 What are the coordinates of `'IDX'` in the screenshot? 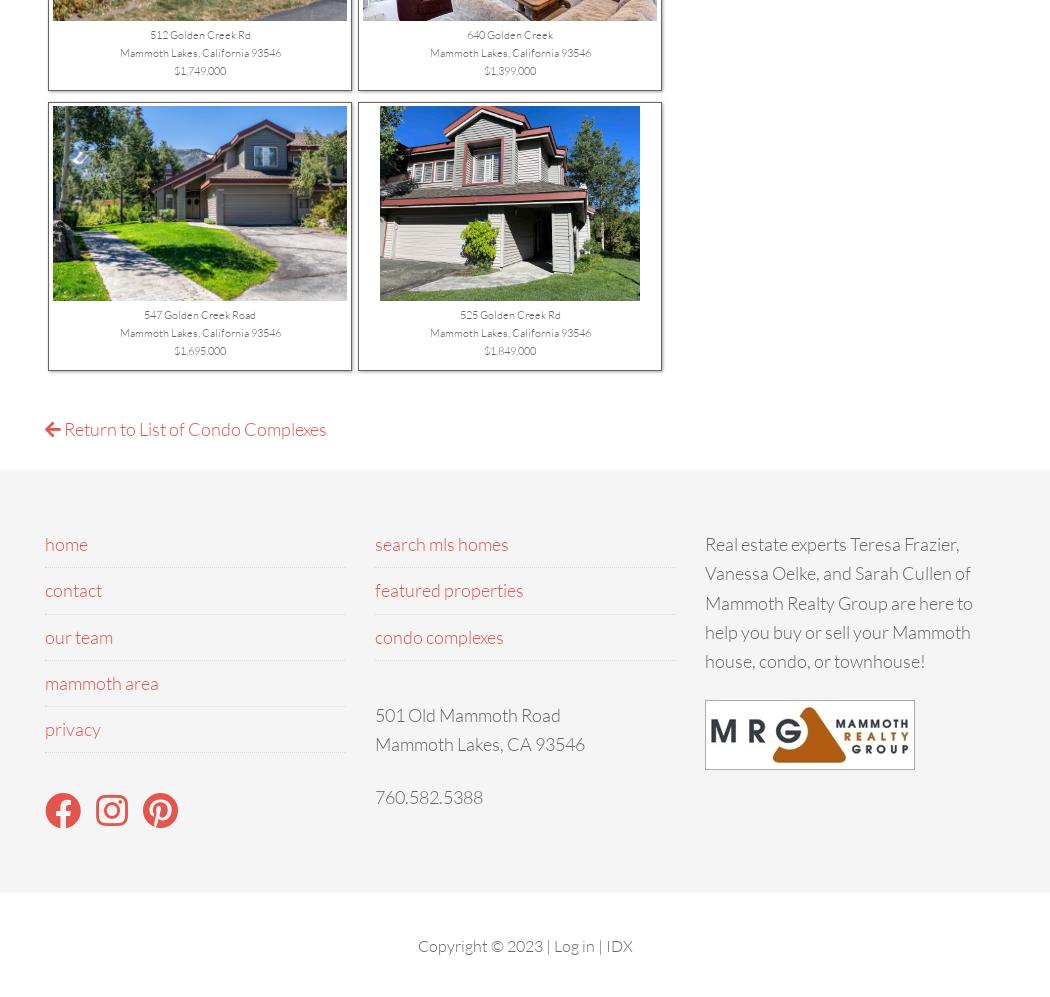 It's located at (618, 944).